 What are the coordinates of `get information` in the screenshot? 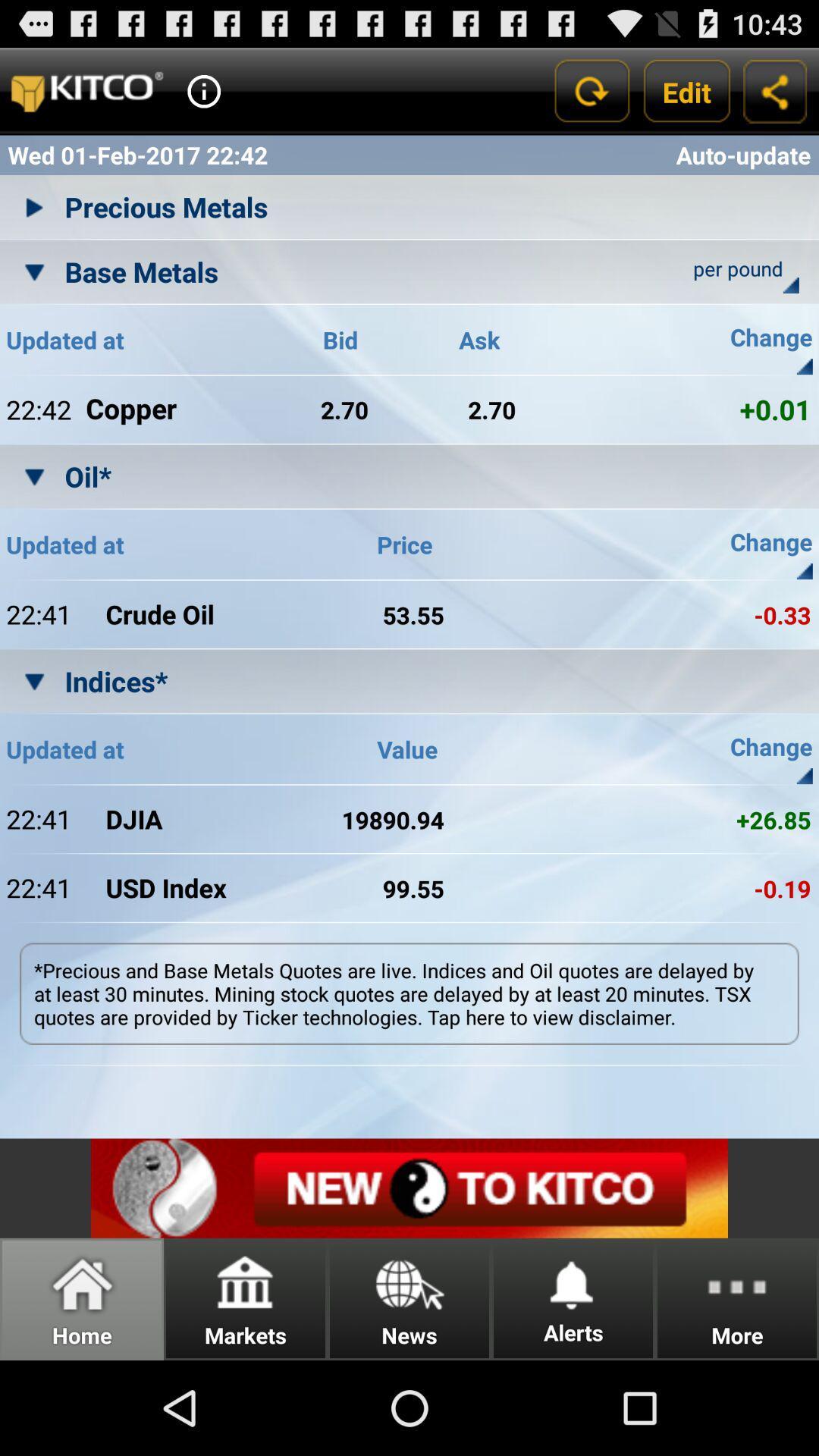 It's located at (203, 90).